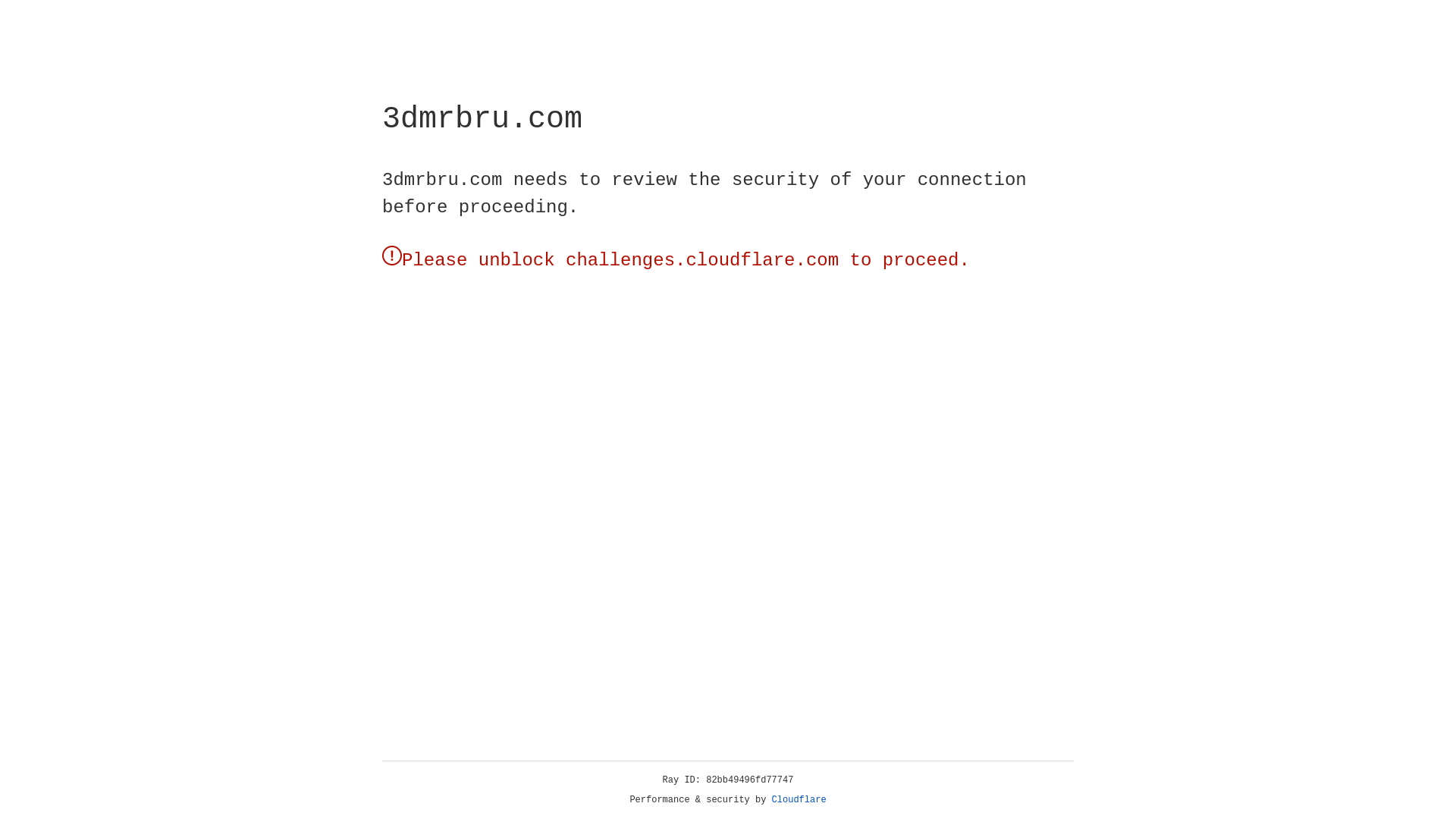 The image size is (1456, 819). I want to click on 'Cloudflare', so click(799, 799).